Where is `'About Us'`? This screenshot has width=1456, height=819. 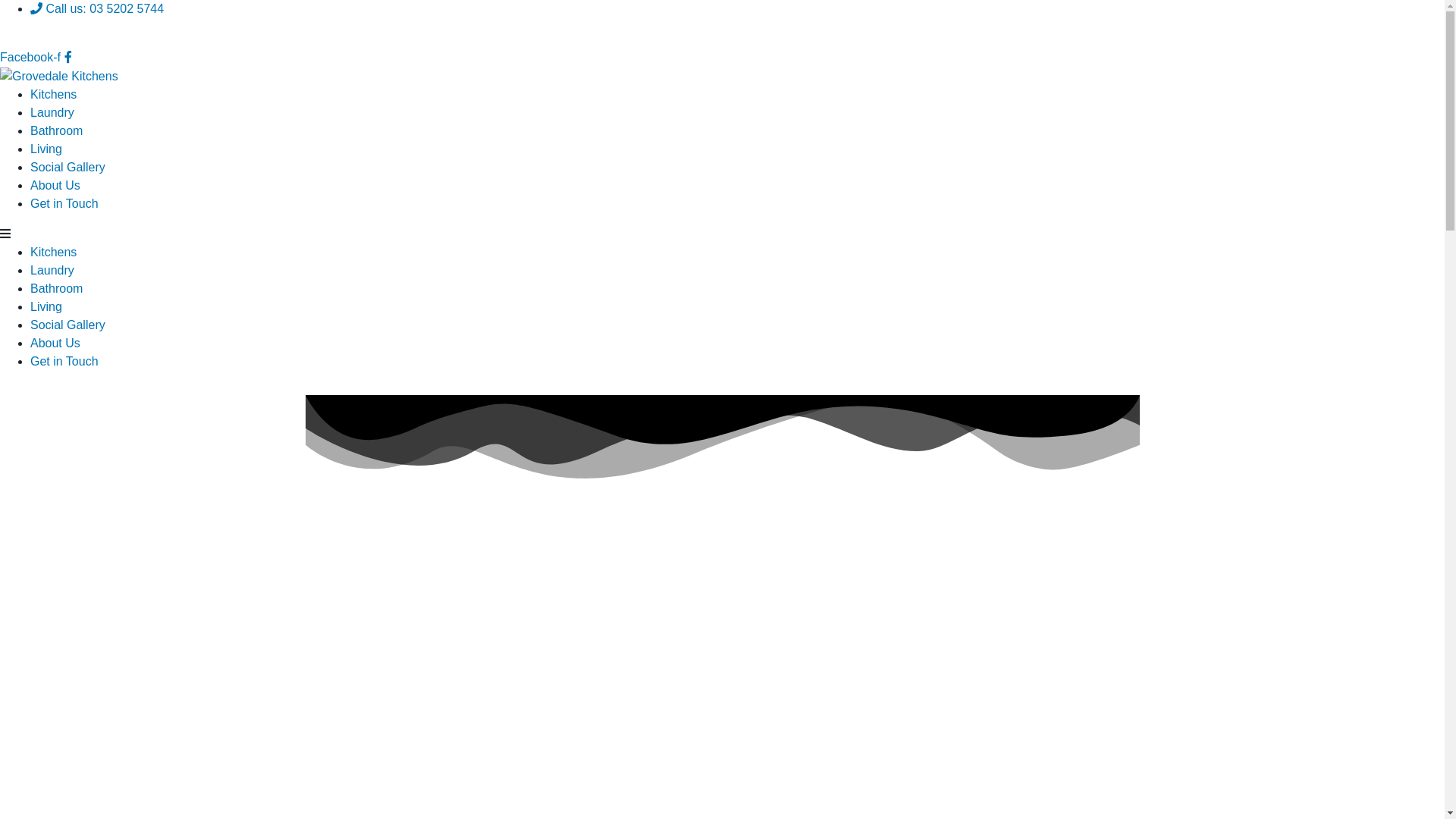
'About Us' is located at coordinates (55, 184).